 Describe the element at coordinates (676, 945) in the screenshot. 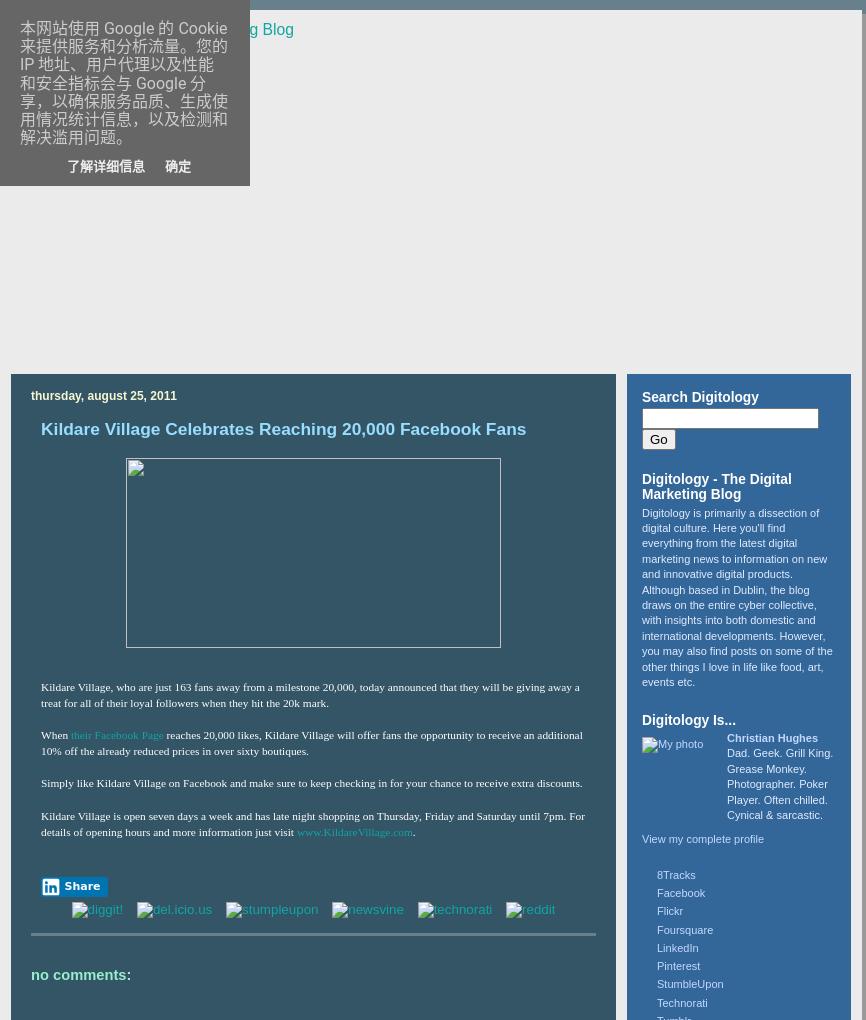

I see `'LinkedIn'` at that location.